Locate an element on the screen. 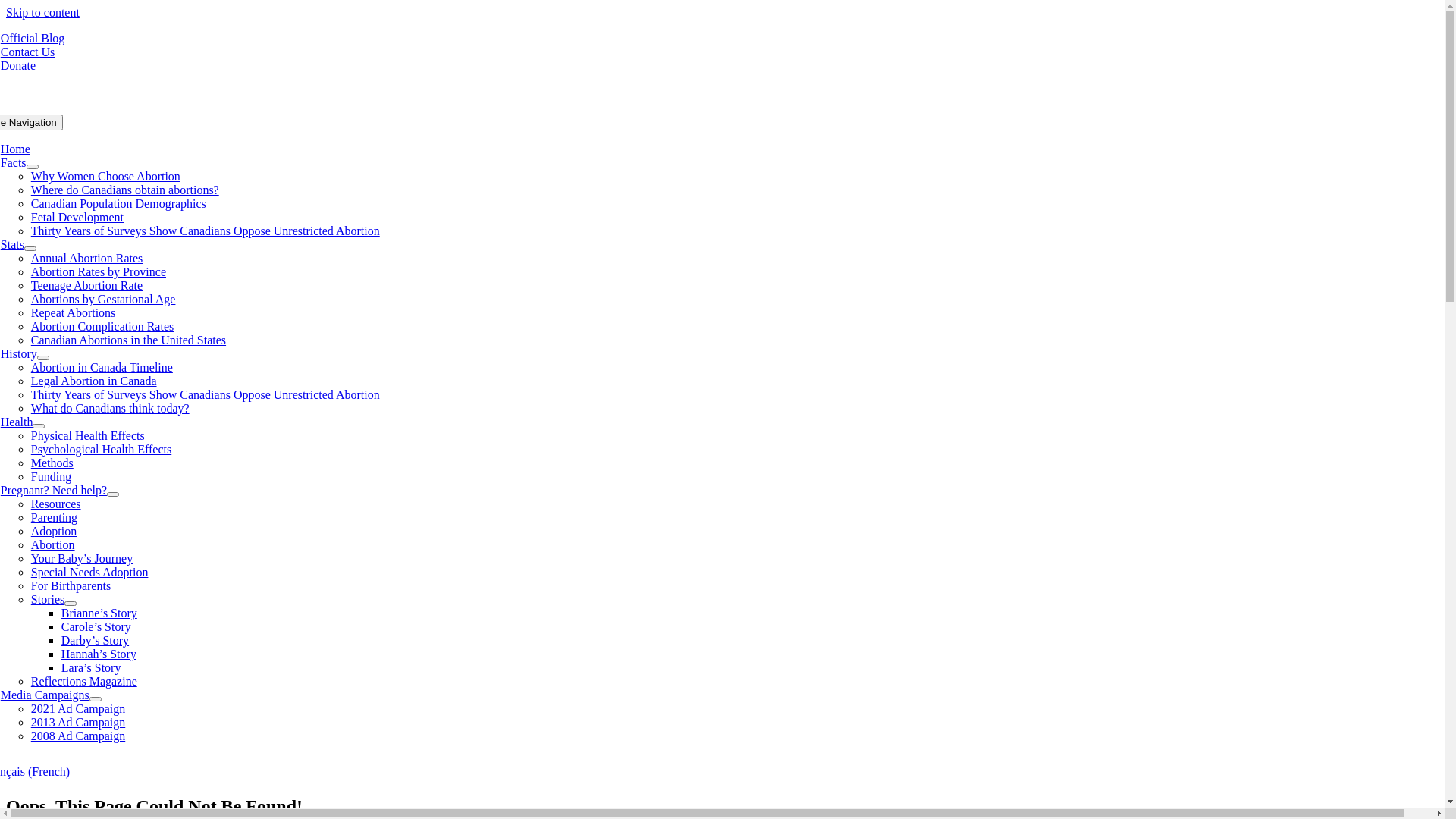 Image resolution: width=1456 pixels, height=819 pixels. 'Annual Abortion Rates' is located at coordinates (86, 257).